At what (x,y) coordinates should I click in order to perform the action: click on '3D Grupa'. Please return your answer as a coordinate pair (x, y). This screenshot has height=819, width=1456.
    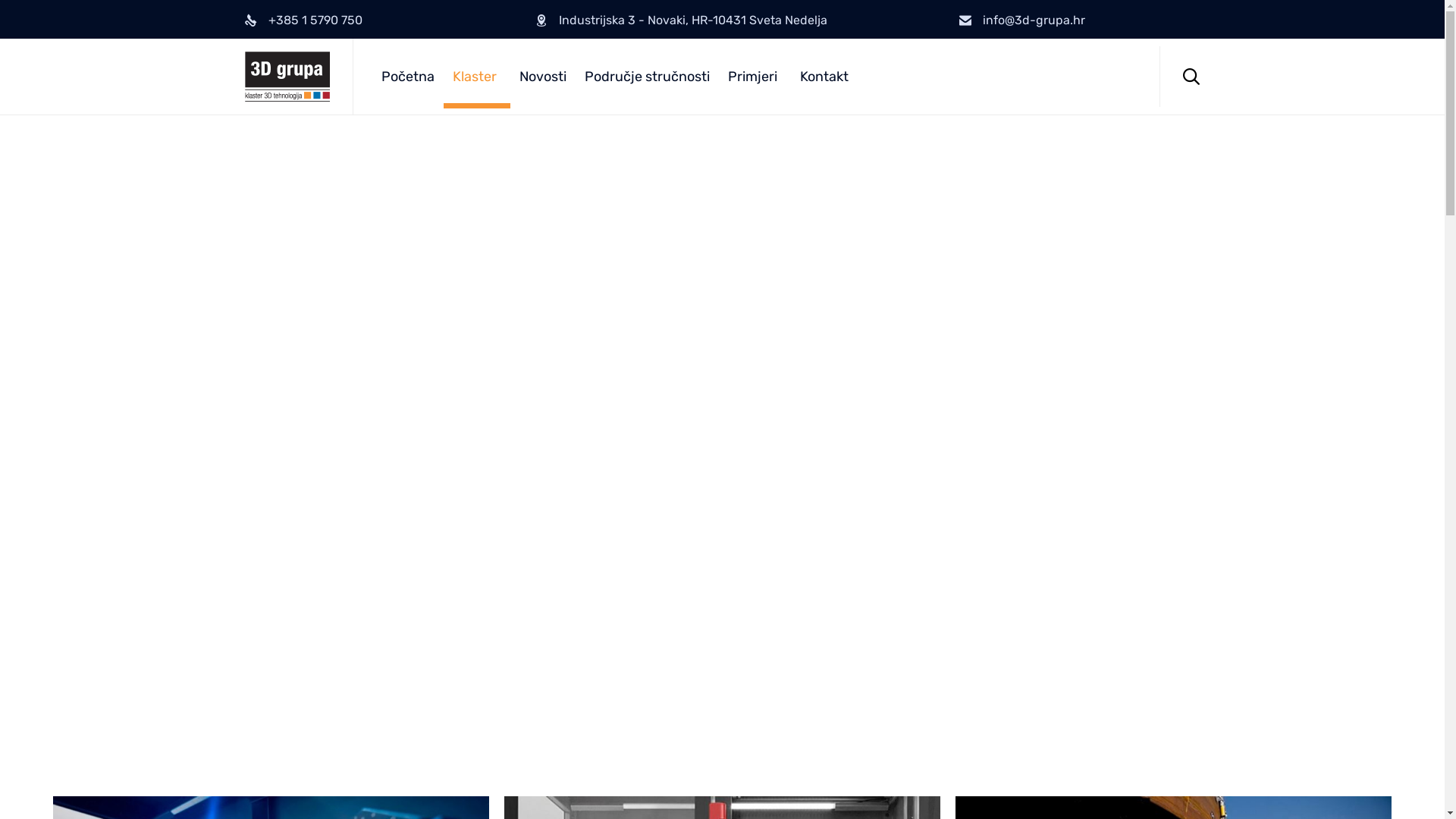
    Looking at the image, I should click on (287, 76).